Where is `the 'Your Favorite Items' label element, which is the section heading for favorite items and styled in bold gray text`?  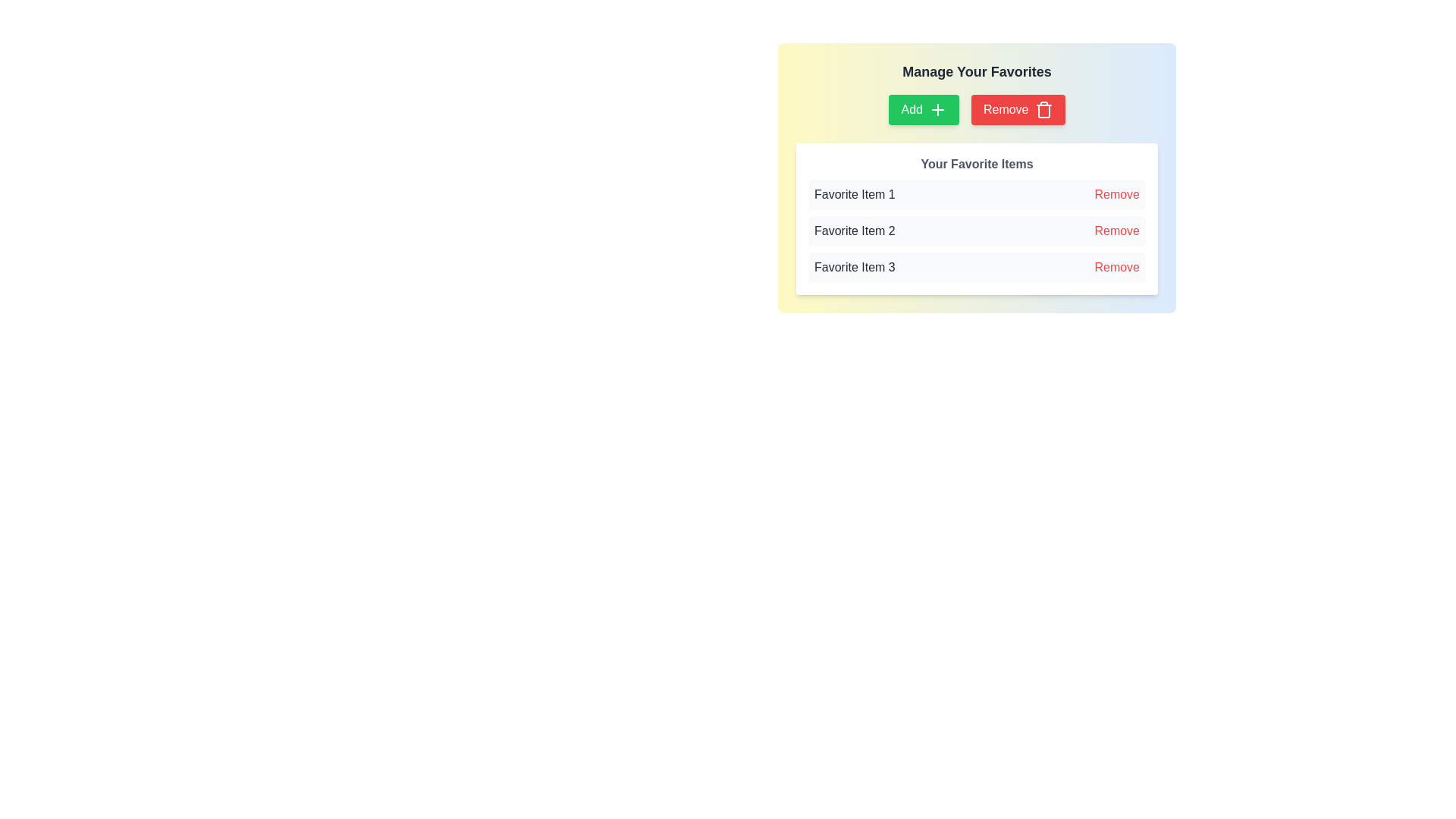
the 'Your Favorite Items' label element, which is the section heading for favorite items and styled in bold gray text is located at coordinates (977, 164).